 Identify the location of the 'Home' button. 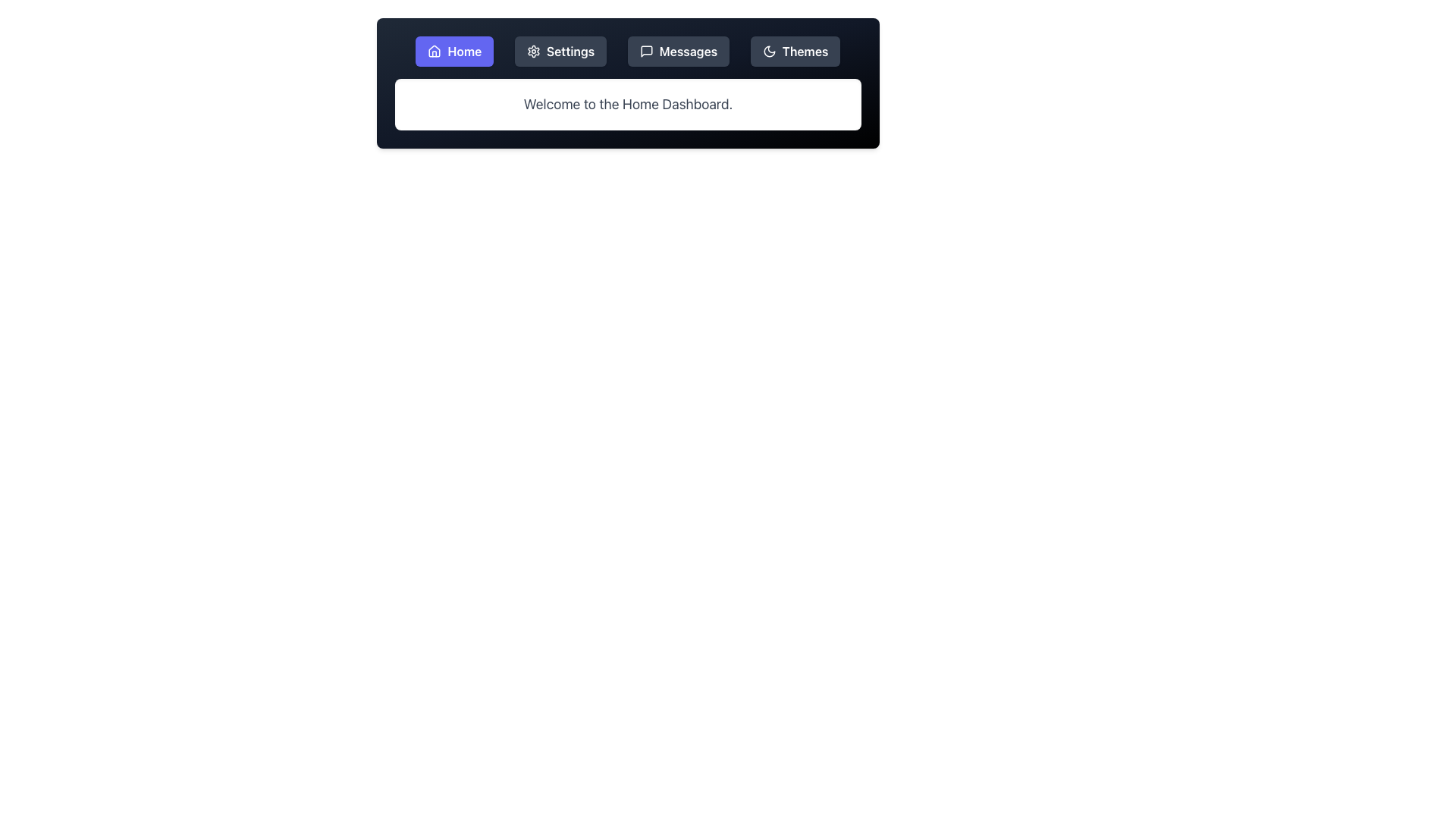
(454, 51).